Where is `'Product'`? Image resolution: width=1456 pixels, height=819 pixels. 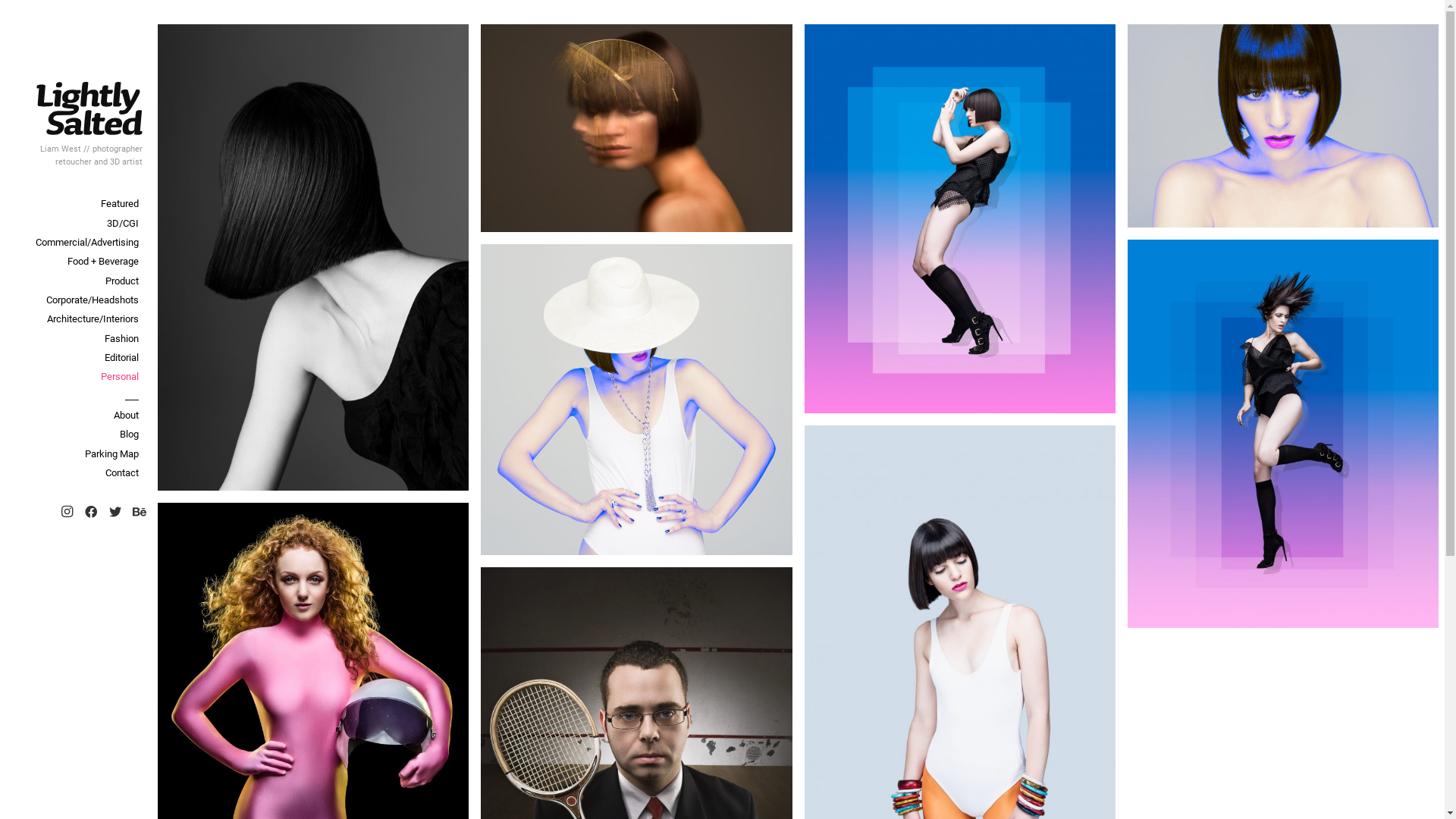
'Product' is located at coordinates (75, 281).